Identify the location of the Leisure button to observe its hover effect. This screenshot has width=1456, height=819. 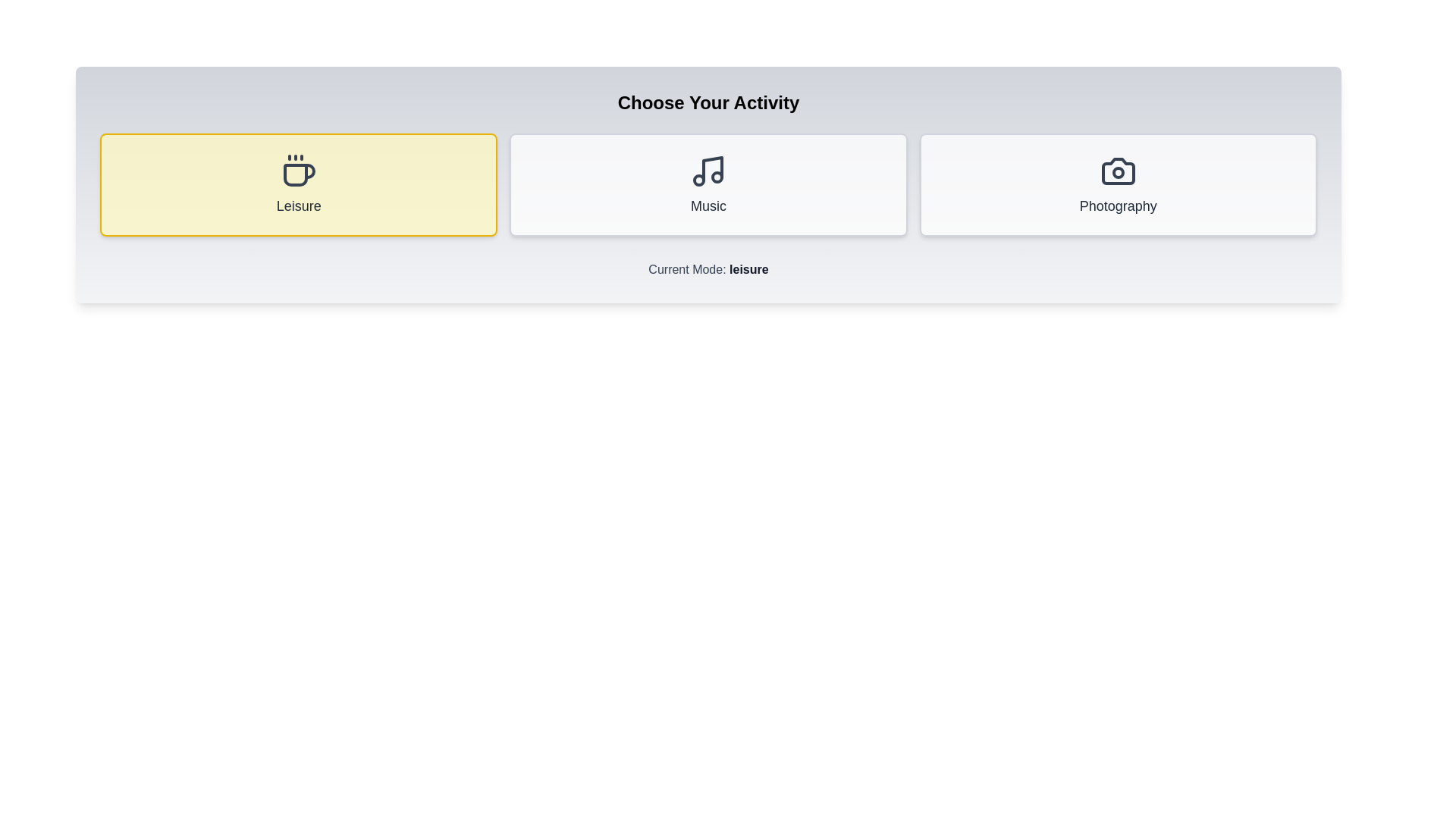
(298, 184).